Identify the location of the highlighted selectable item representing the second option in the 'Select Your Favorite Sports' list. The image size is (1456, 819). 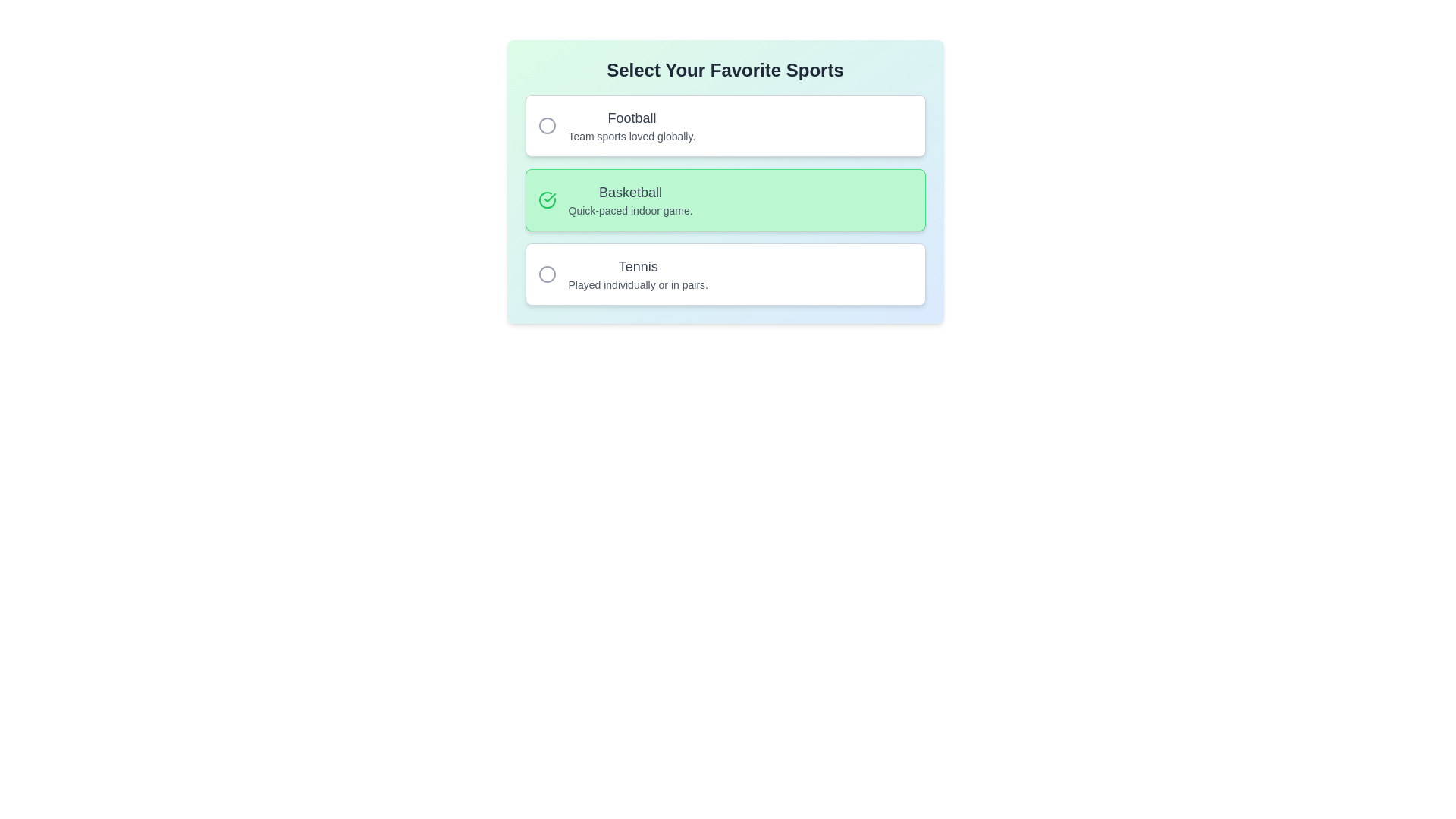
(724, 199).